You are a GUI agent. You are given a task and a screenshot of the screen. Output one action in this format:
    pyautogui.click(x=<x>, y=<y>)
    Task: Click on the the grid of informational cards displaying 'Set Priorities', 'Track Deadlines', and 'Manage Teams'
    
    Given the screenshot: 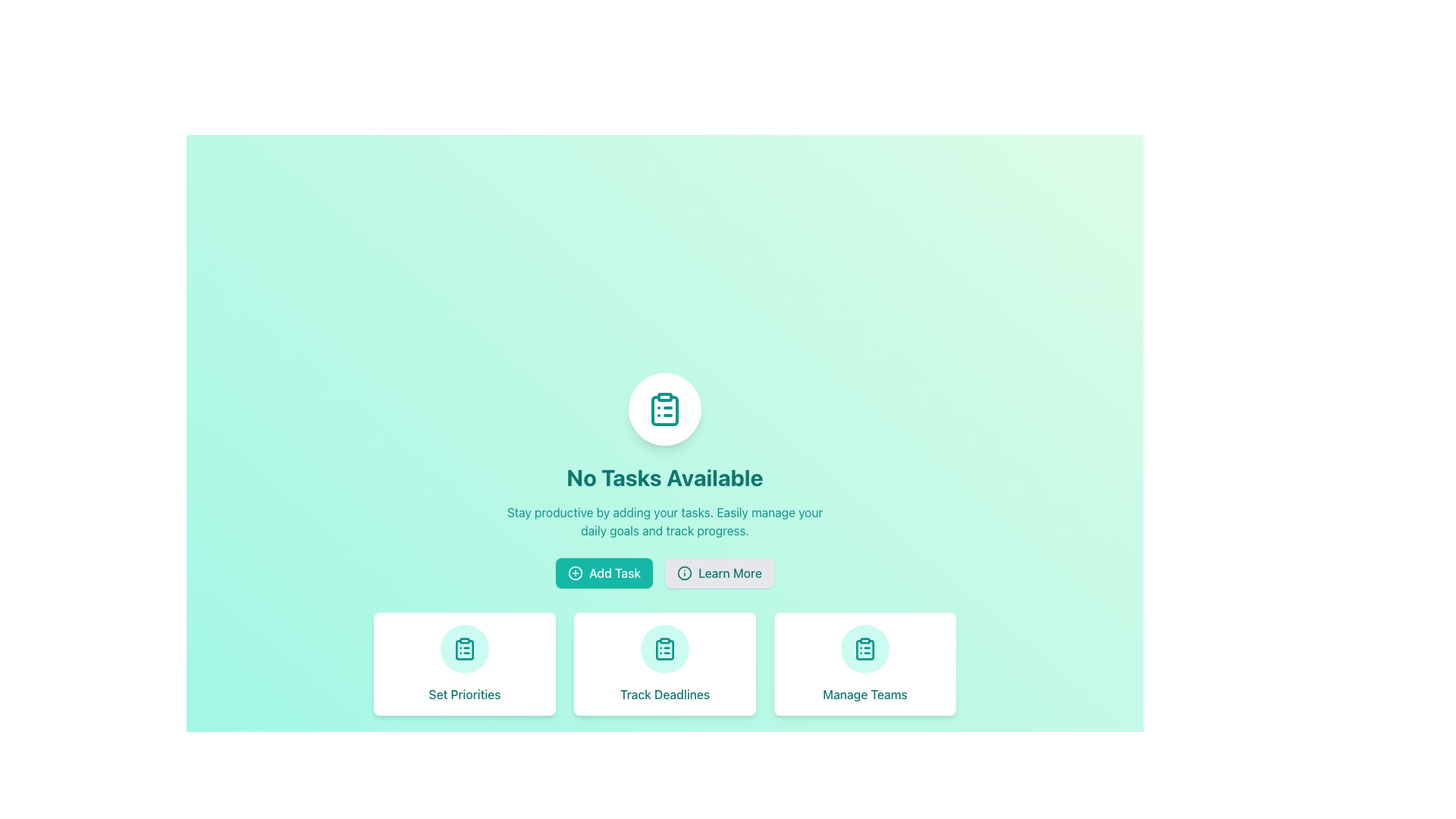 What is the action you would take?
    pyautogui.click(x=665, y=663)
    